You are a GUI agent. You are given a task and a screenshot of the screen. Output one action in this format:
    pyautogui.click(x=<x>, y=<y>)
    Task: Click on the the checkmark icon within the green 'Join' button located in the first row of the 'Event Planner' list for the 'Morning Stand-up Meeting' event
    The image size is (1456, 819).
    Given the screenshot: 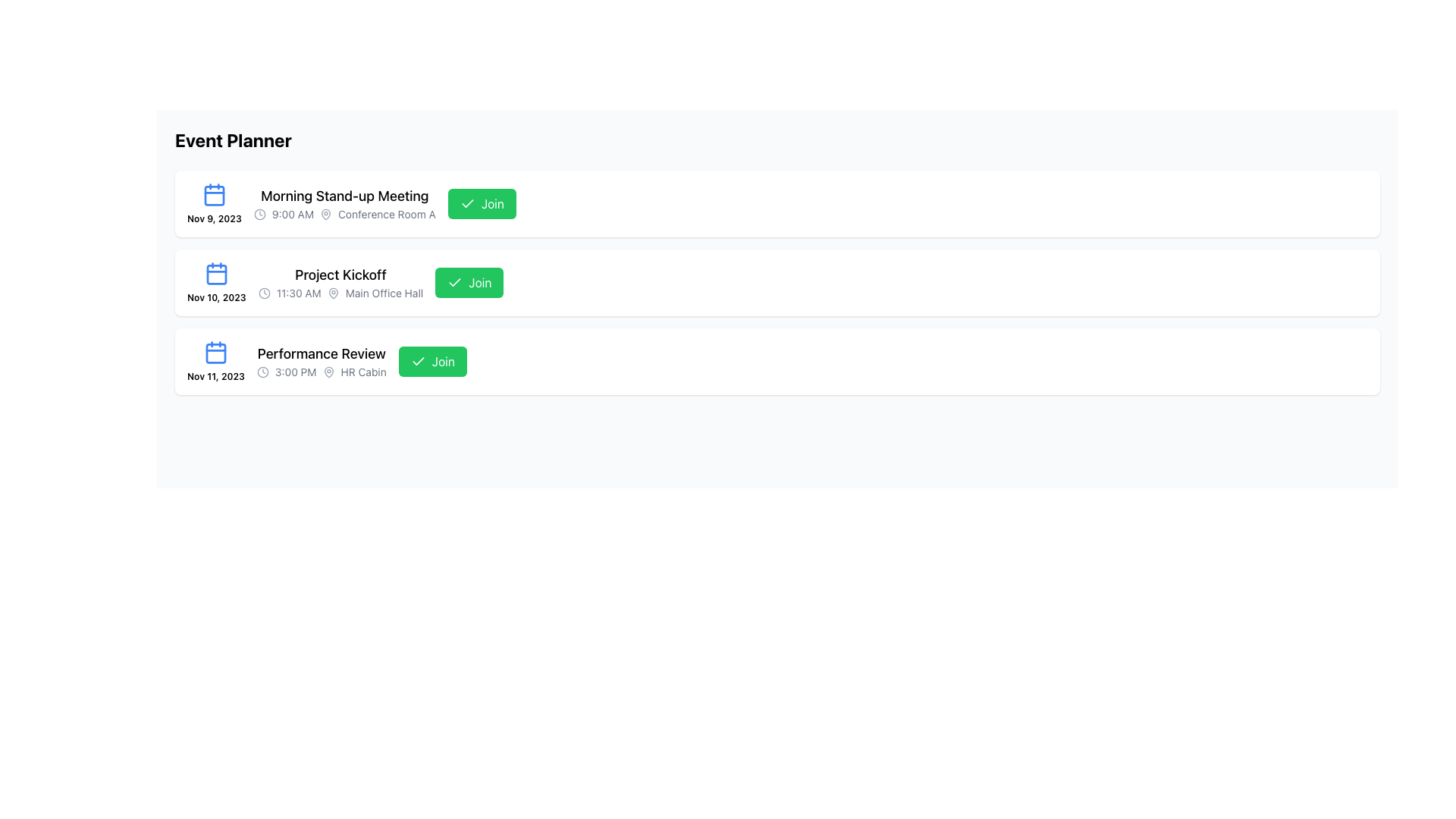 What is the action you would take?
    pyautogui.click(x=466, y=203)
    